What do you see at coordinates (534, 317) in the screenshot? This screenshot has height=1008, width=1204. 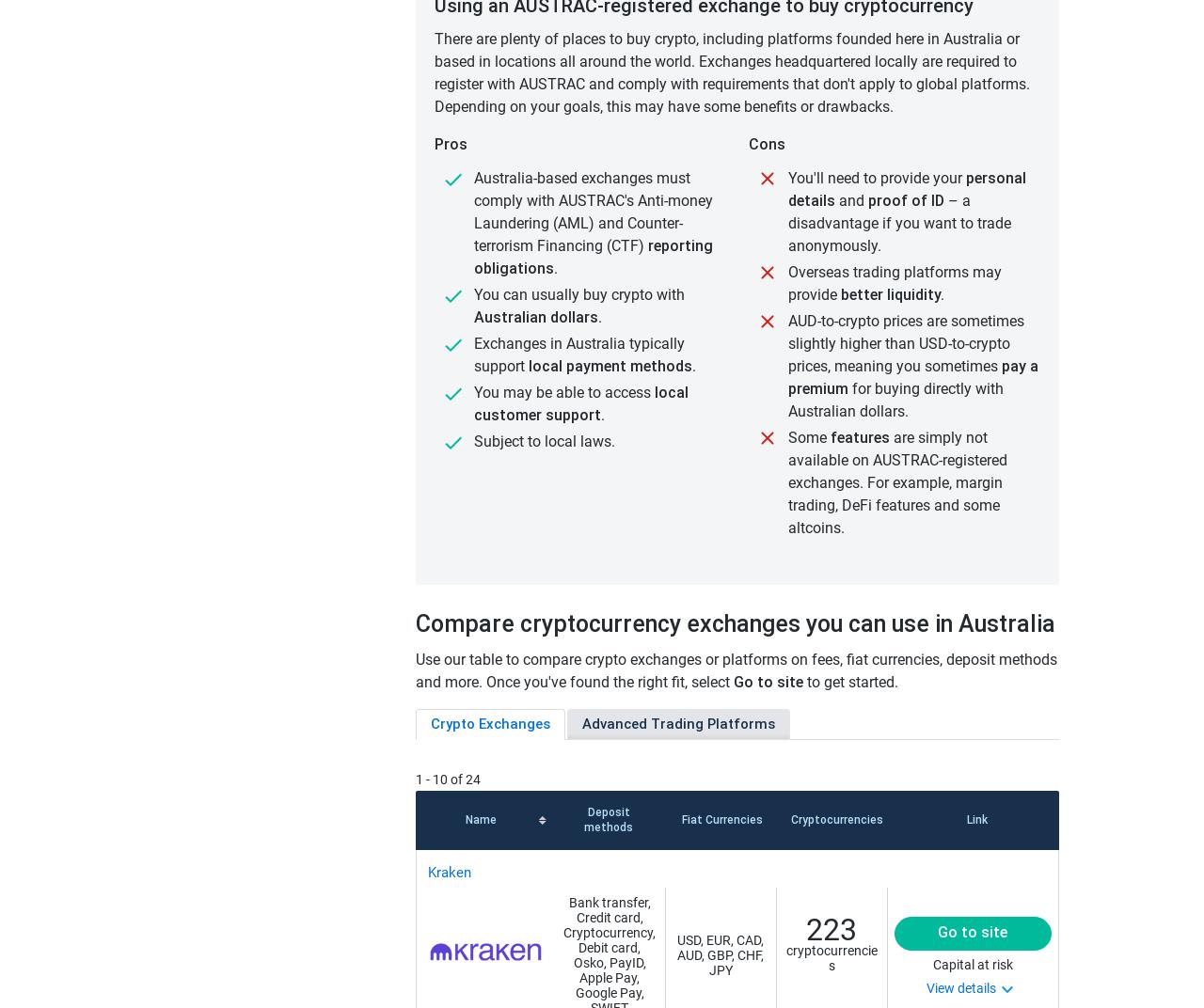 I see `'Australian dollars'` at bounding box center [534, 317].